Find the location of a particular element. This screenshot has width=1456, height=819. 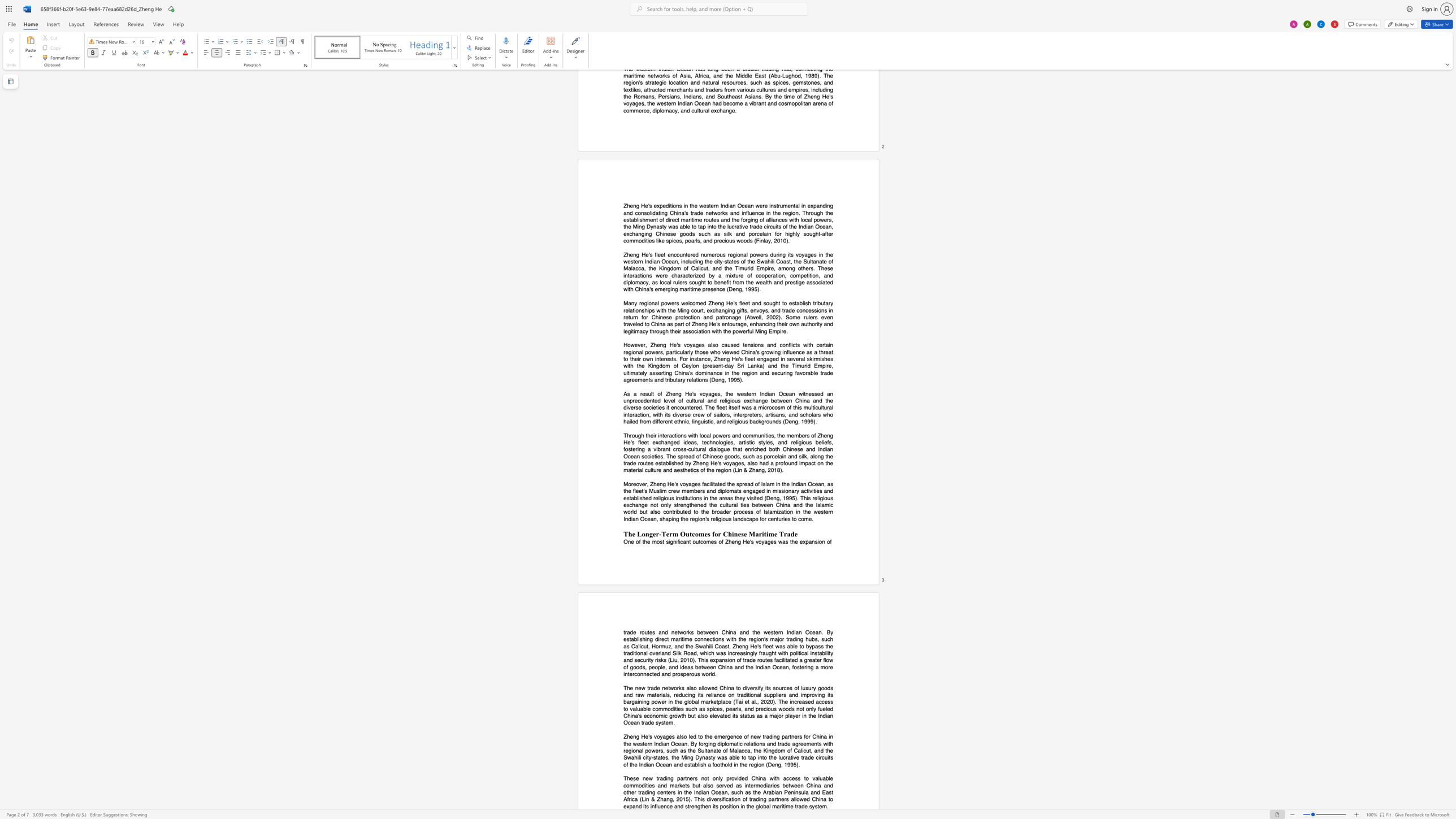

the subset text "xp" within the text "These new trading partners not only provided China with access to valuable commodities and markets but also served as intermediaries between China and other trading centers in the Indian Ocean, such as the Arabian Peninsula and East Africa (Lin & Zhang, 2015). This diversification of trading partners allowed China to expand its influence and strengthen its position in the global maritime trade system." is located at coordinates (626, 806).